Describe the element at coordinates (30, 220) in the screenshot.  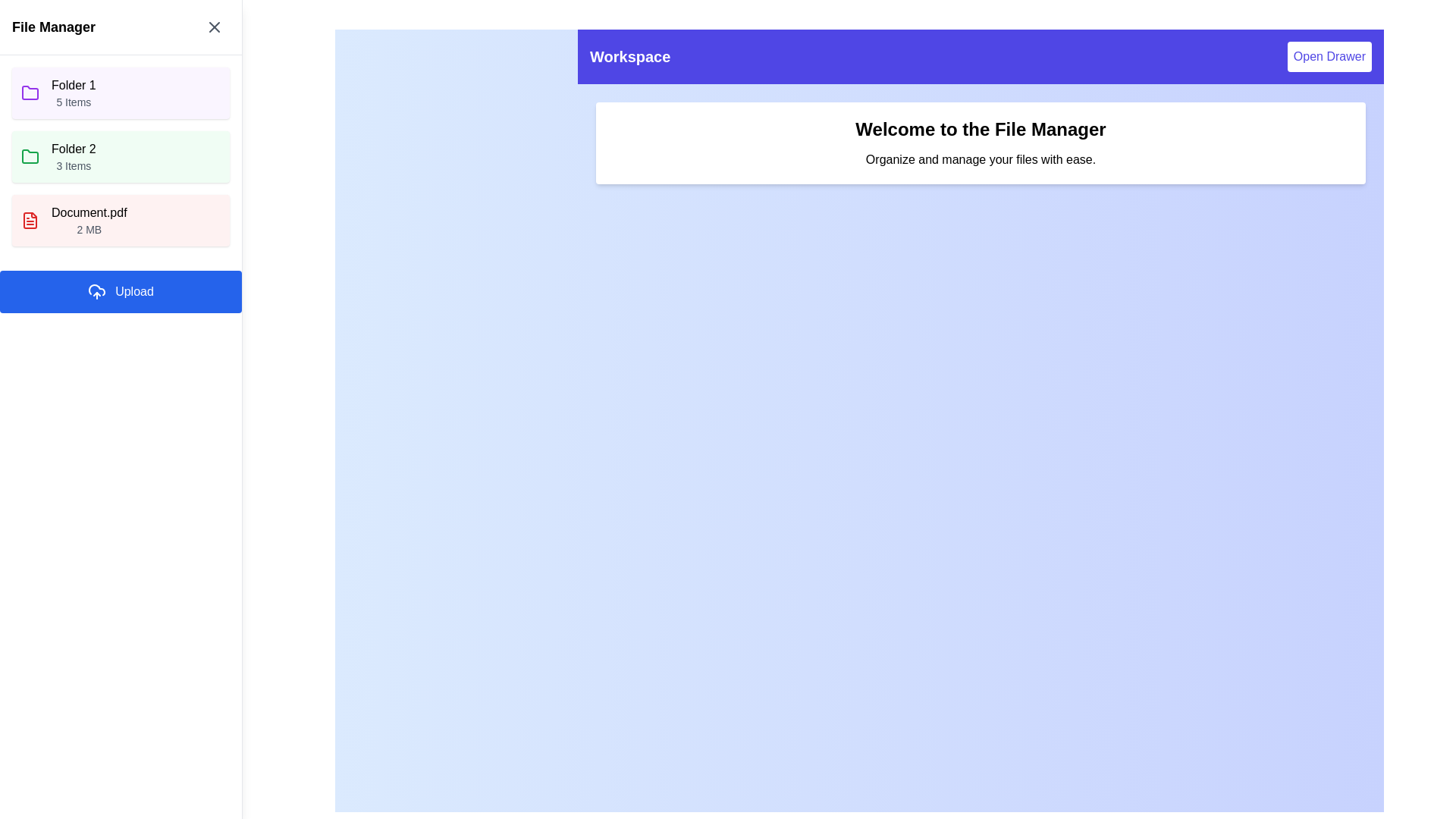
I see `the red-tinted file icon representing 'Document.pdf' located on the left side of the file manager interface` at that location.